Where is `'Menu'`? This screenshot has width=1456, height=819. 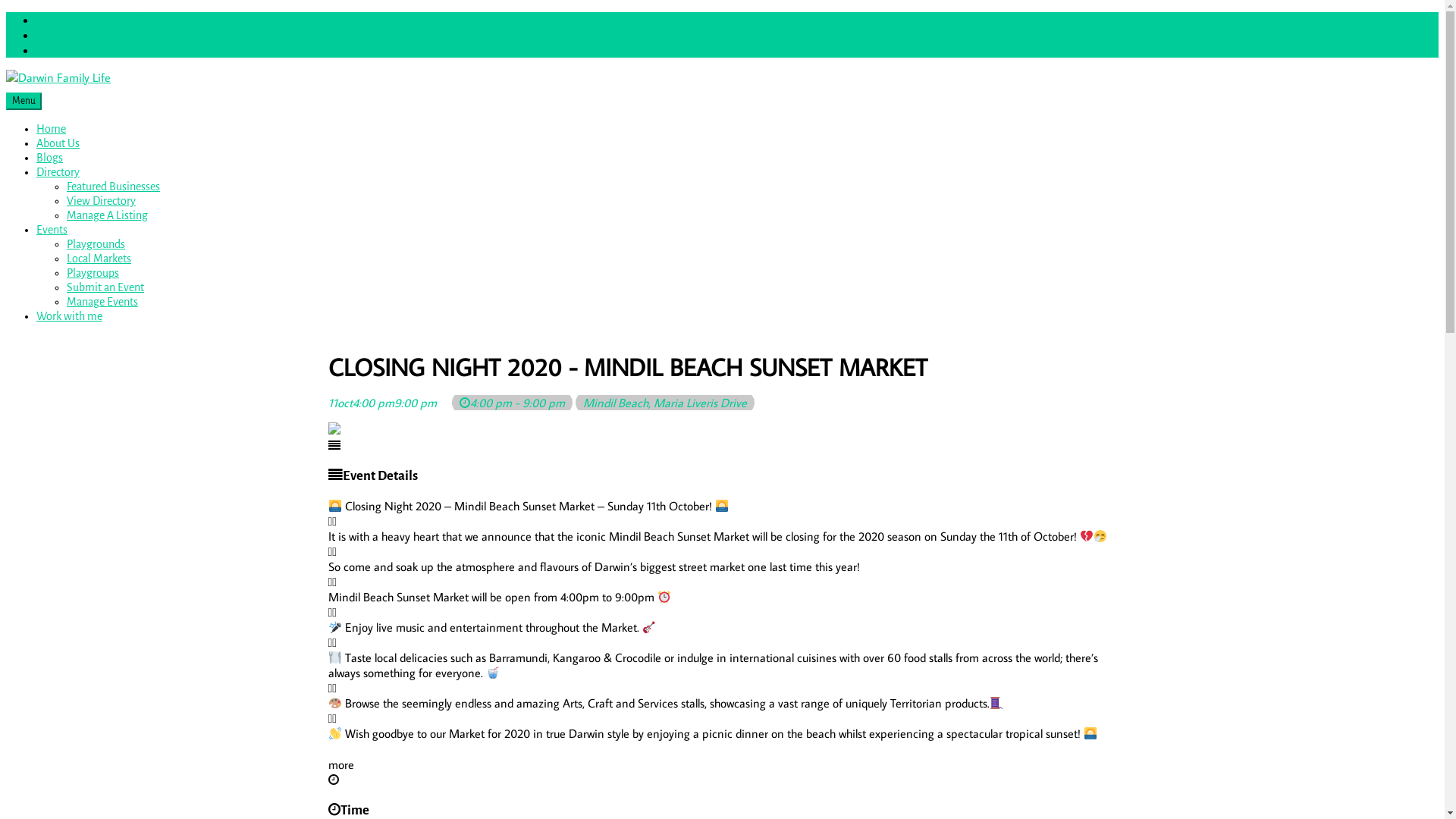
'Menu' is located at coordinates (6, 101).